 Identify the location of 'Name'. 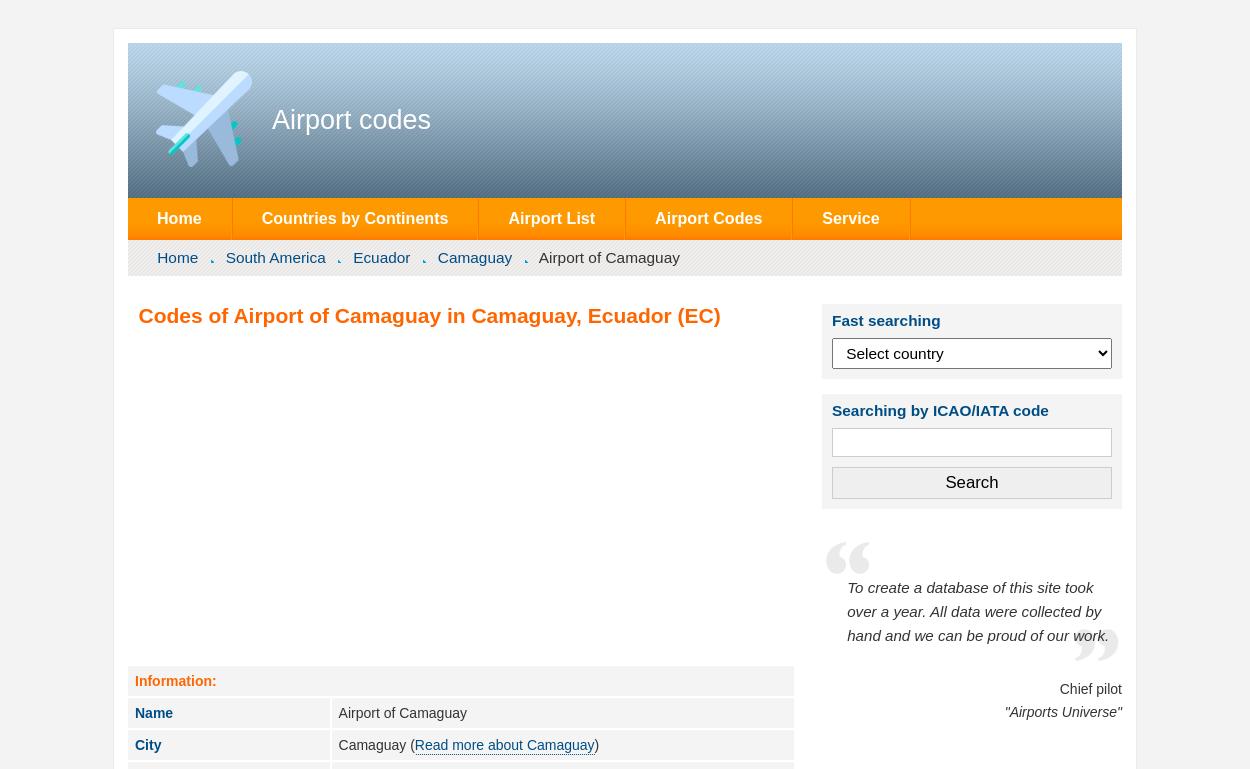
(154, 712).